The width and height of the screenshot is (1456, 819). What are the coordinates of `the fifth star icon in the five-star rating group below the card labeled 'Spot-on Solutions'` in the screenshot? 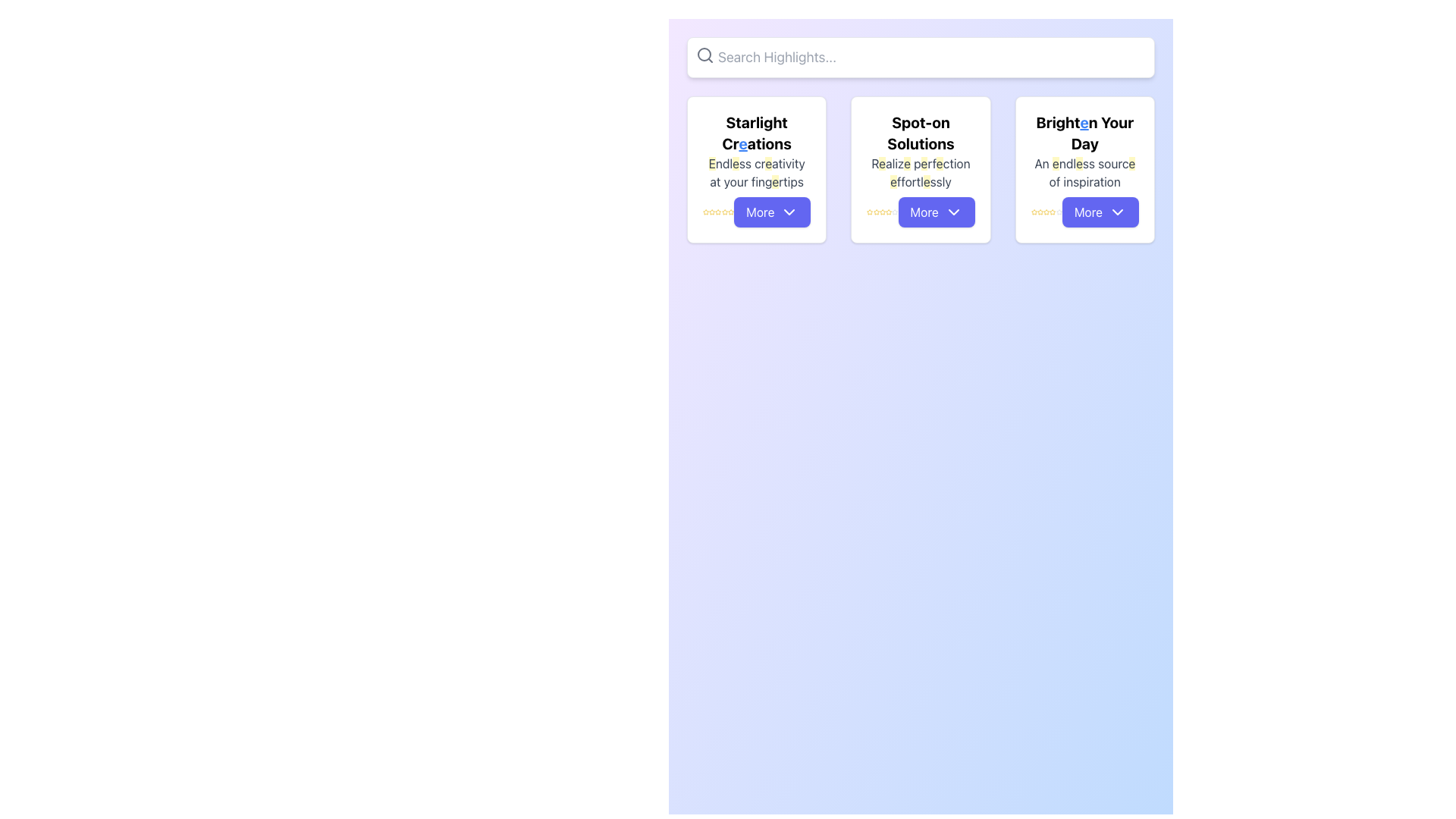 It's located at (895, 212).